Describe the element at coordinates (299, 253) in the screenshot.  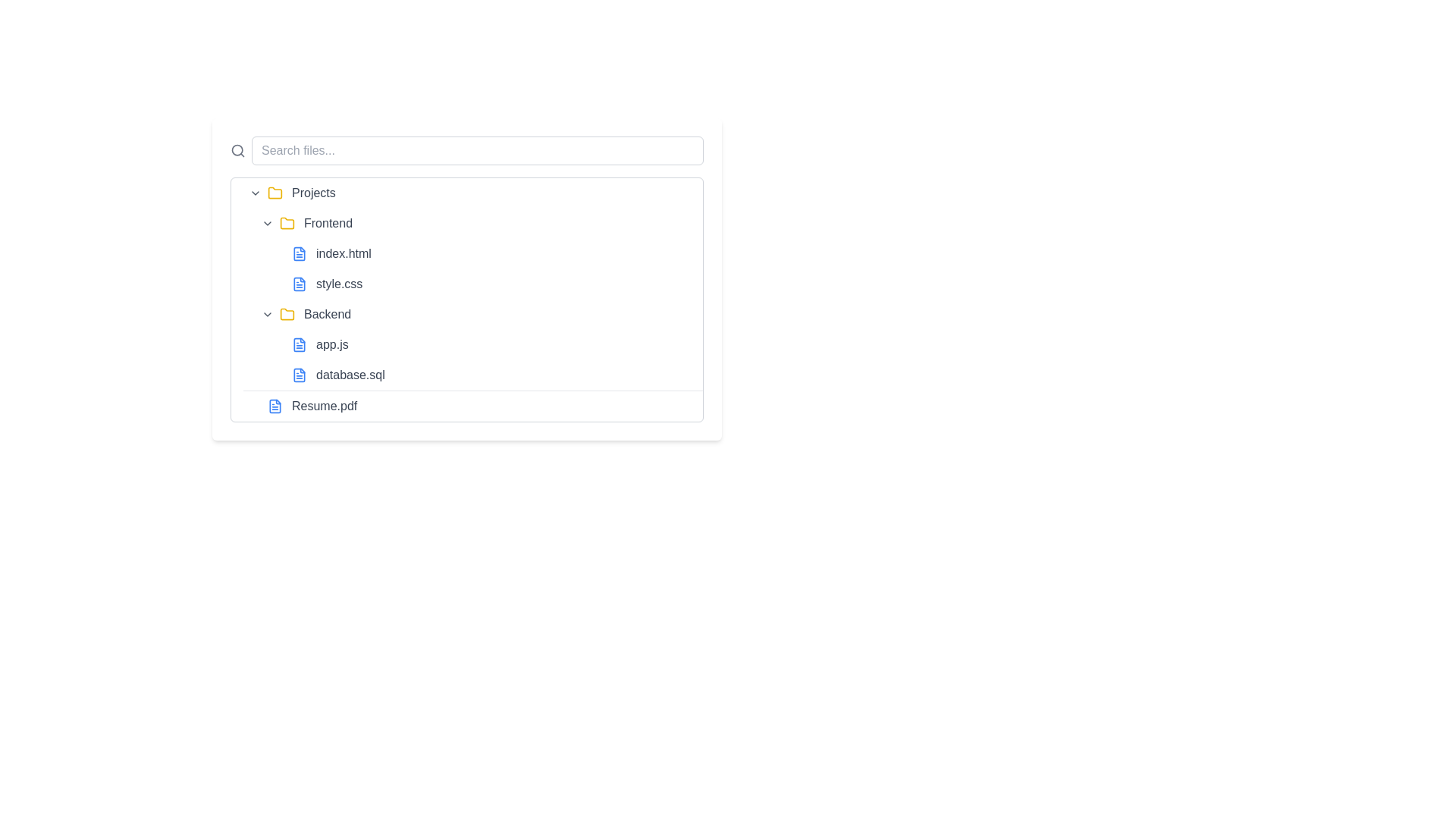
I see `the blue document icon with a folded corner, which is the first icon on the row labeled 'index.html' under the 'Frontend' folder` at that location.